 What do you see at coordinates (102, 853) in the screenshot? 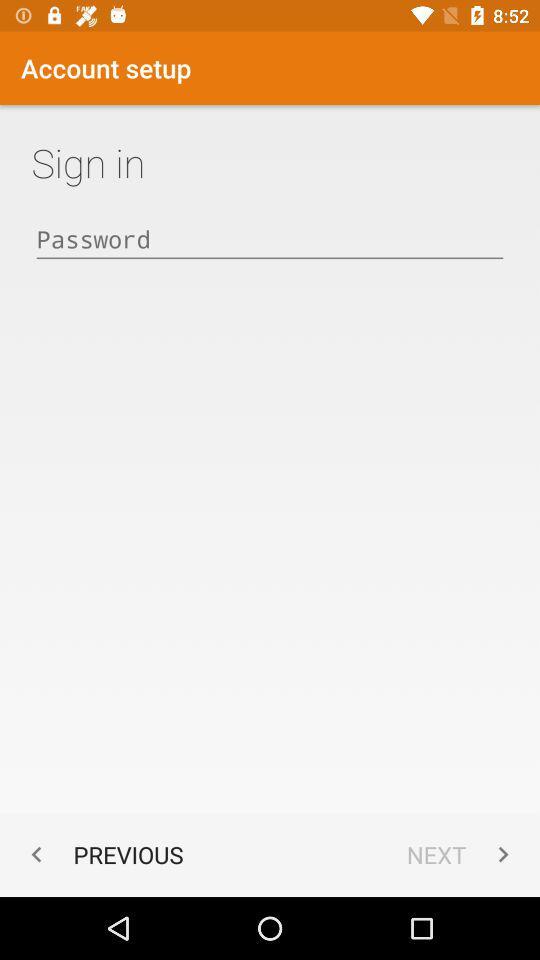
I see `app at the bottom left corner` at bounding box center [102, 853].